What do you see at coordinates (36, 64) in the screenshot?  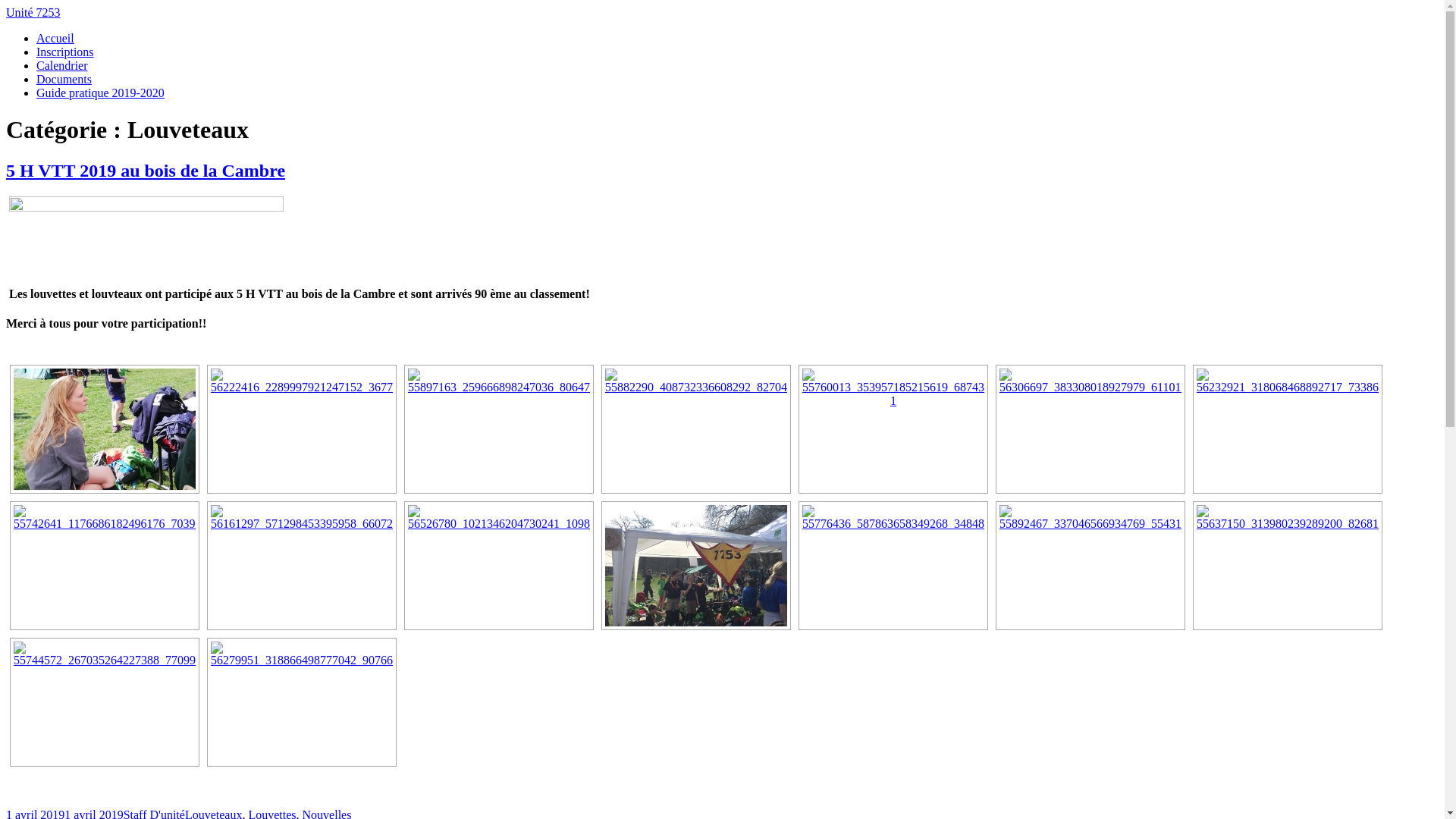 I see `'Calendrier'` at bounding box center [36, 64].